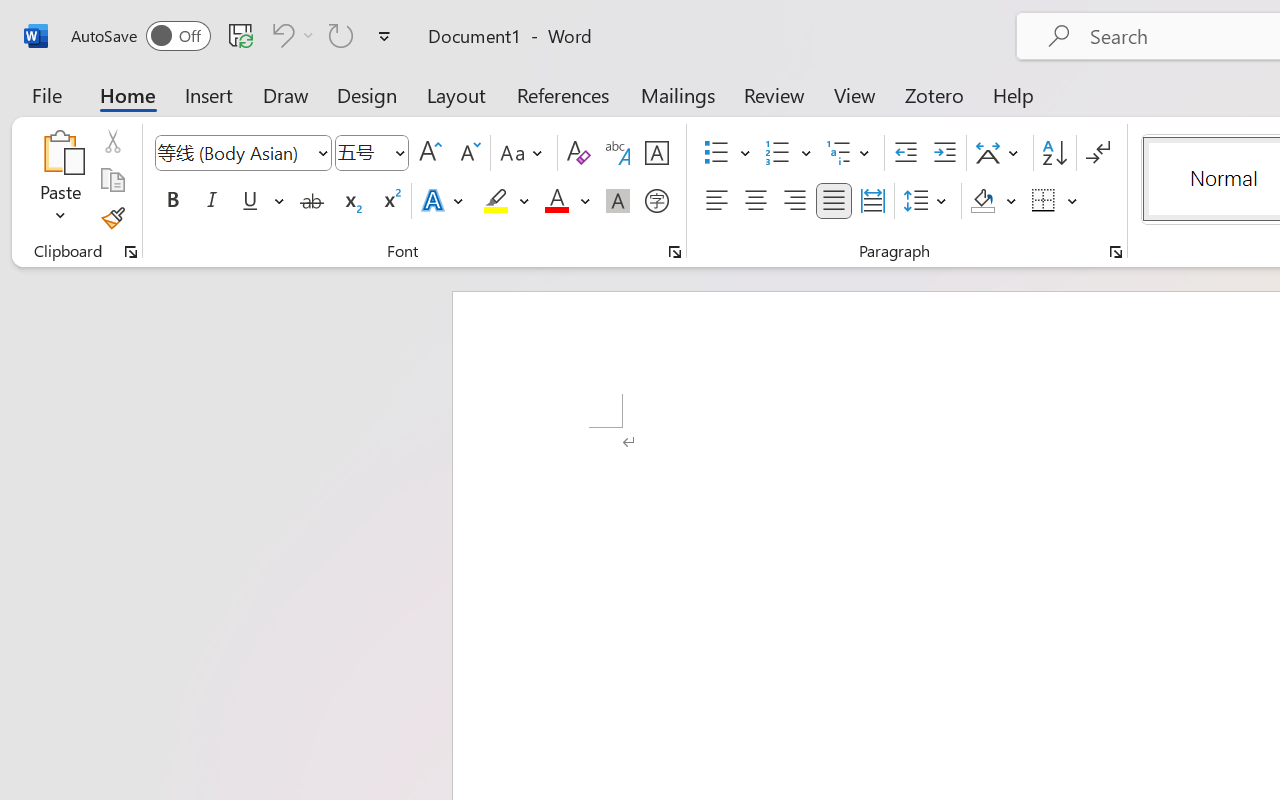 This screenshot has width=1280, height=800. Describe the element at coordinates (279, 34) in the screenshot. I see `'Can'` at that location.